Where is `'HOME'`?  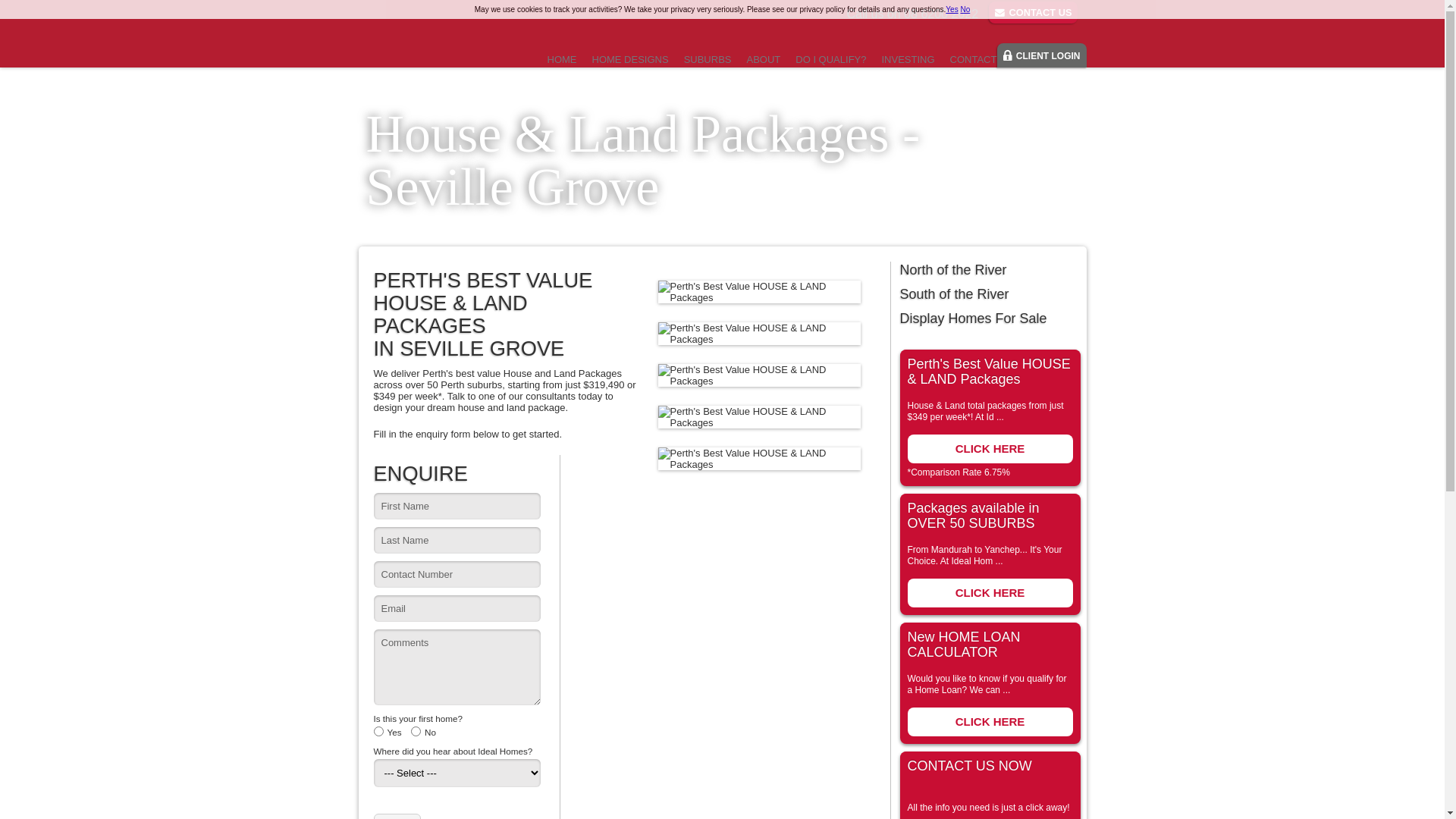
'HOME' is located at coordinates (561, 58).